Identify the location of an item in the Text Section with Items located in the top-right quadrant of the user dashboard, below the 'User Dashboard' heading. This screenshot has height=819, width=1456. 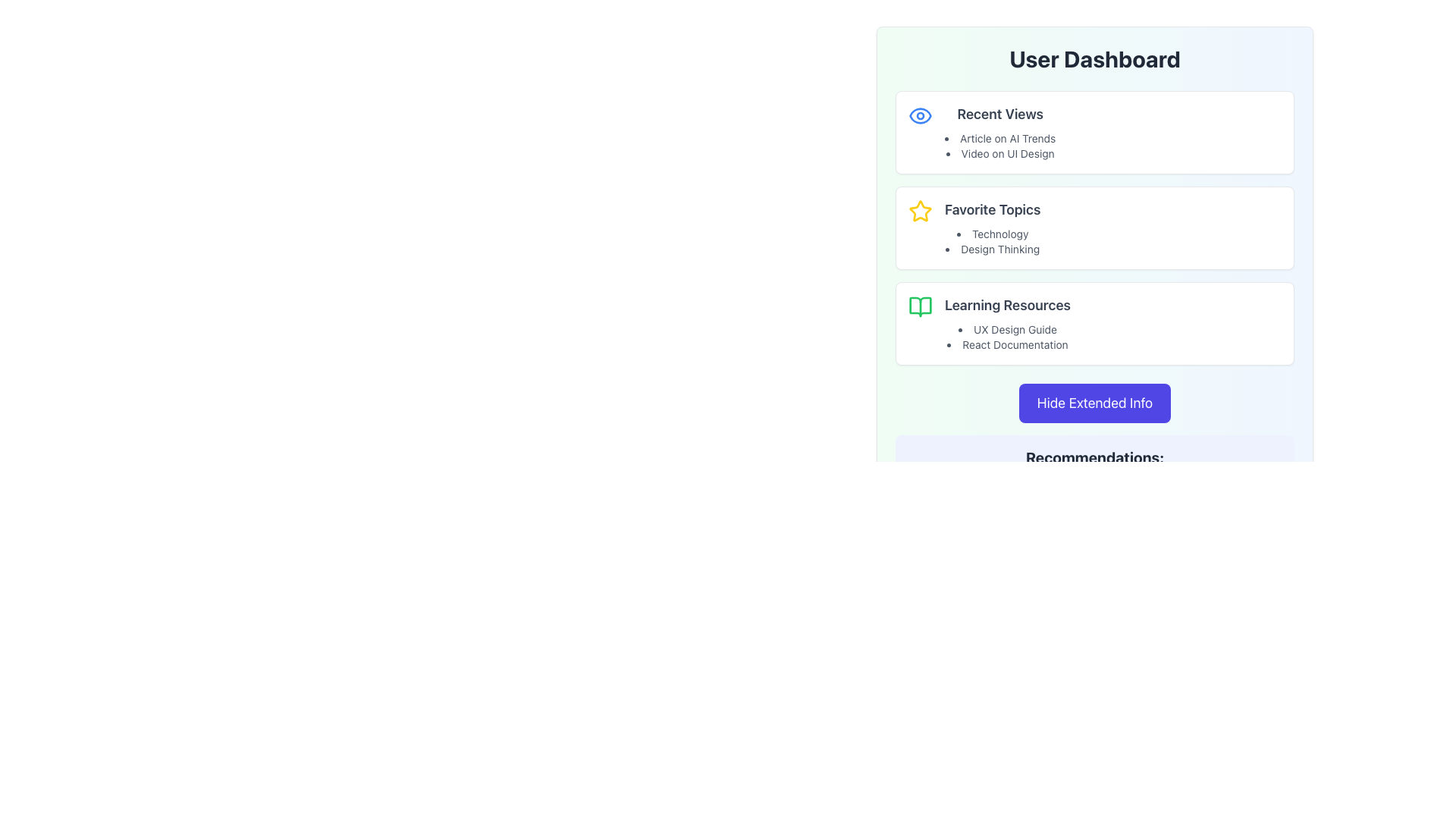
(1000, 131).